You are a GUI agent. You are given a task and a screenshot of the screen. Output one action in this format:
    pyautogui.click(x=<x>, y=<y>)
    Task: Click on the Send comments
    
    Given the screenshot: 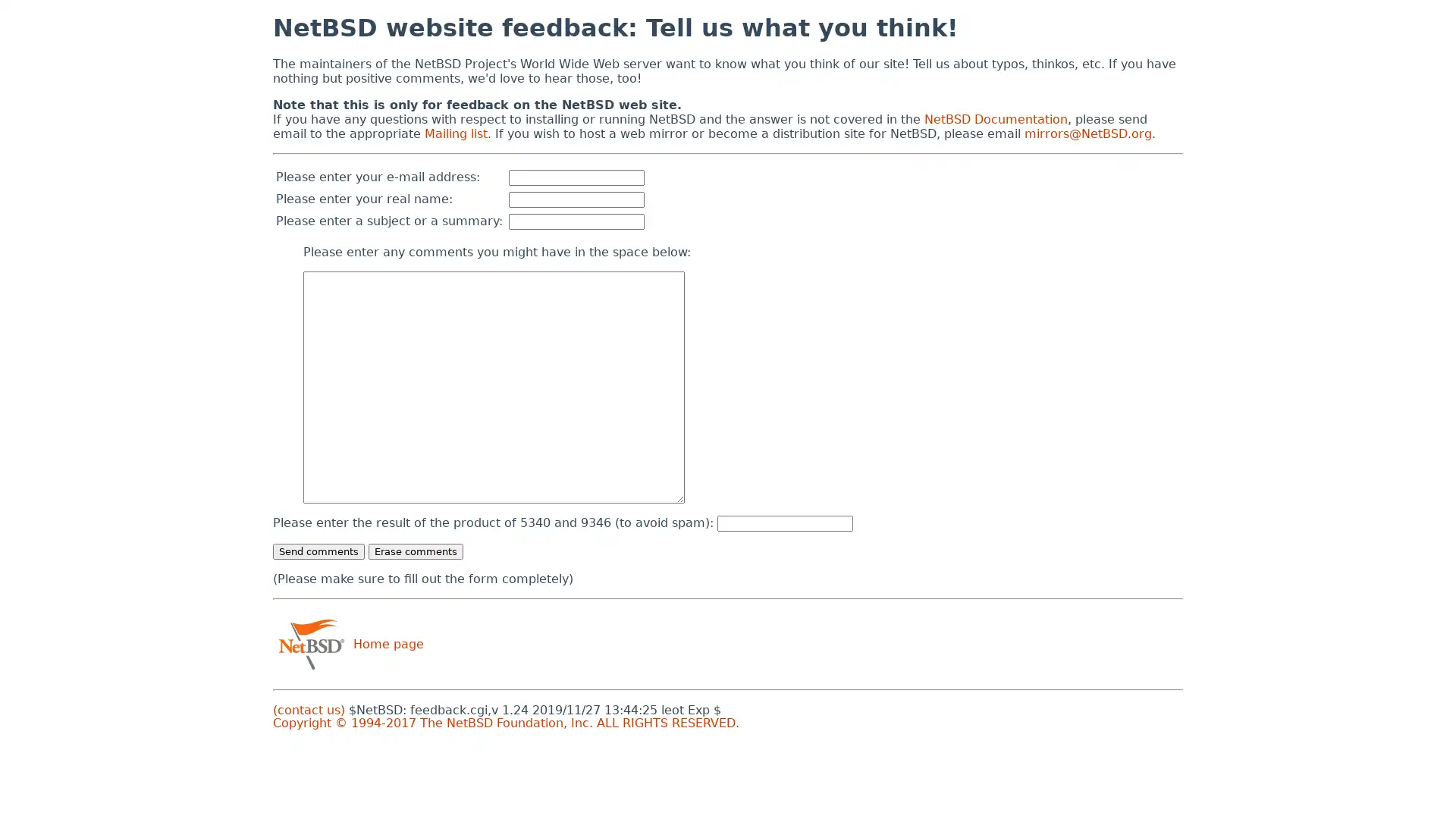 What is the action you would take?
    pyautogui.click(x=318, y=551)
    